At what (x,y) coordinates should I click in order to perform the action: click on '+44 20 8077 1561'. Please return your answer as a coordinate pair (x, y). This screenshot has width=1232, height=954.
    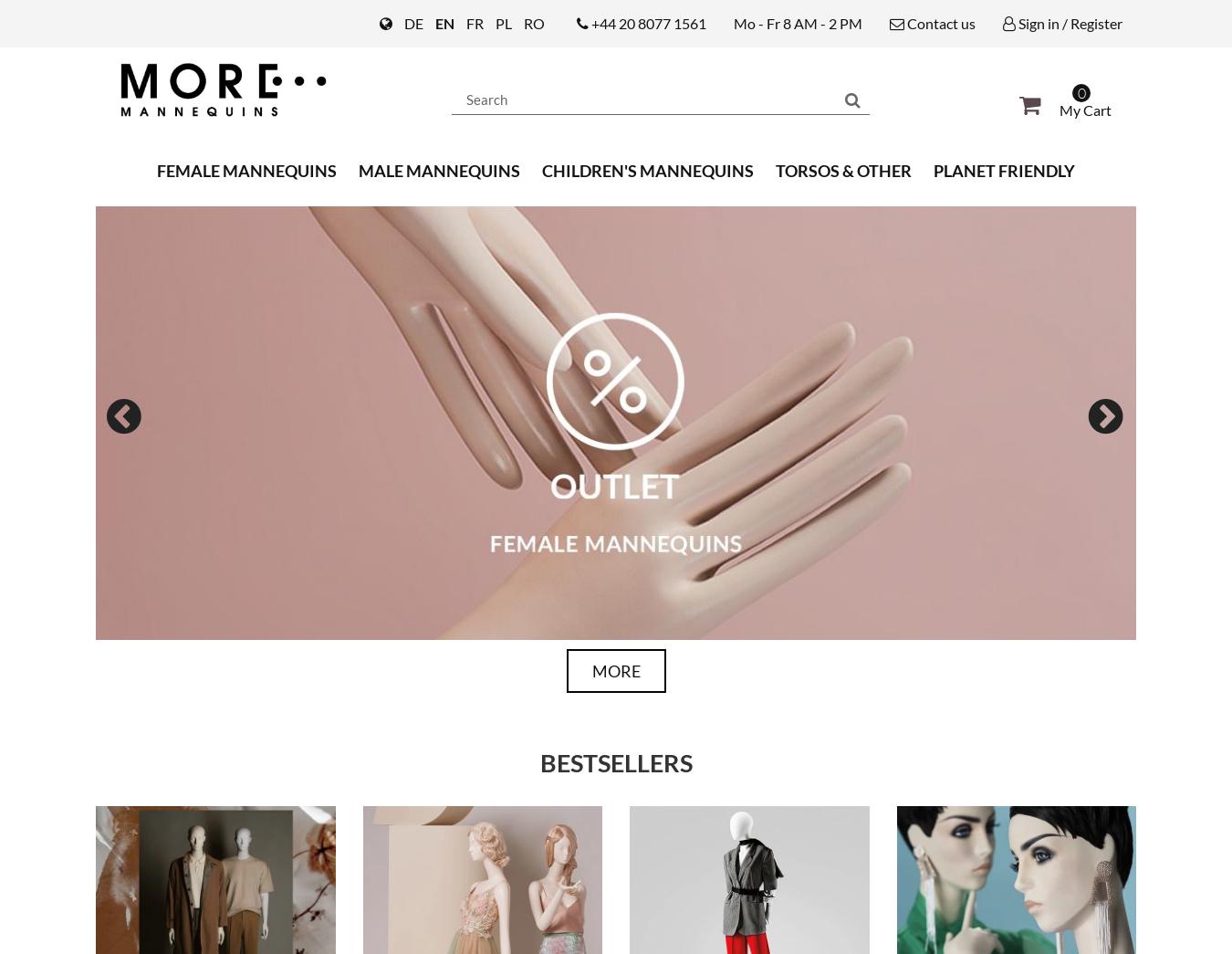
    Looking at the image, I should click on (648, 22).